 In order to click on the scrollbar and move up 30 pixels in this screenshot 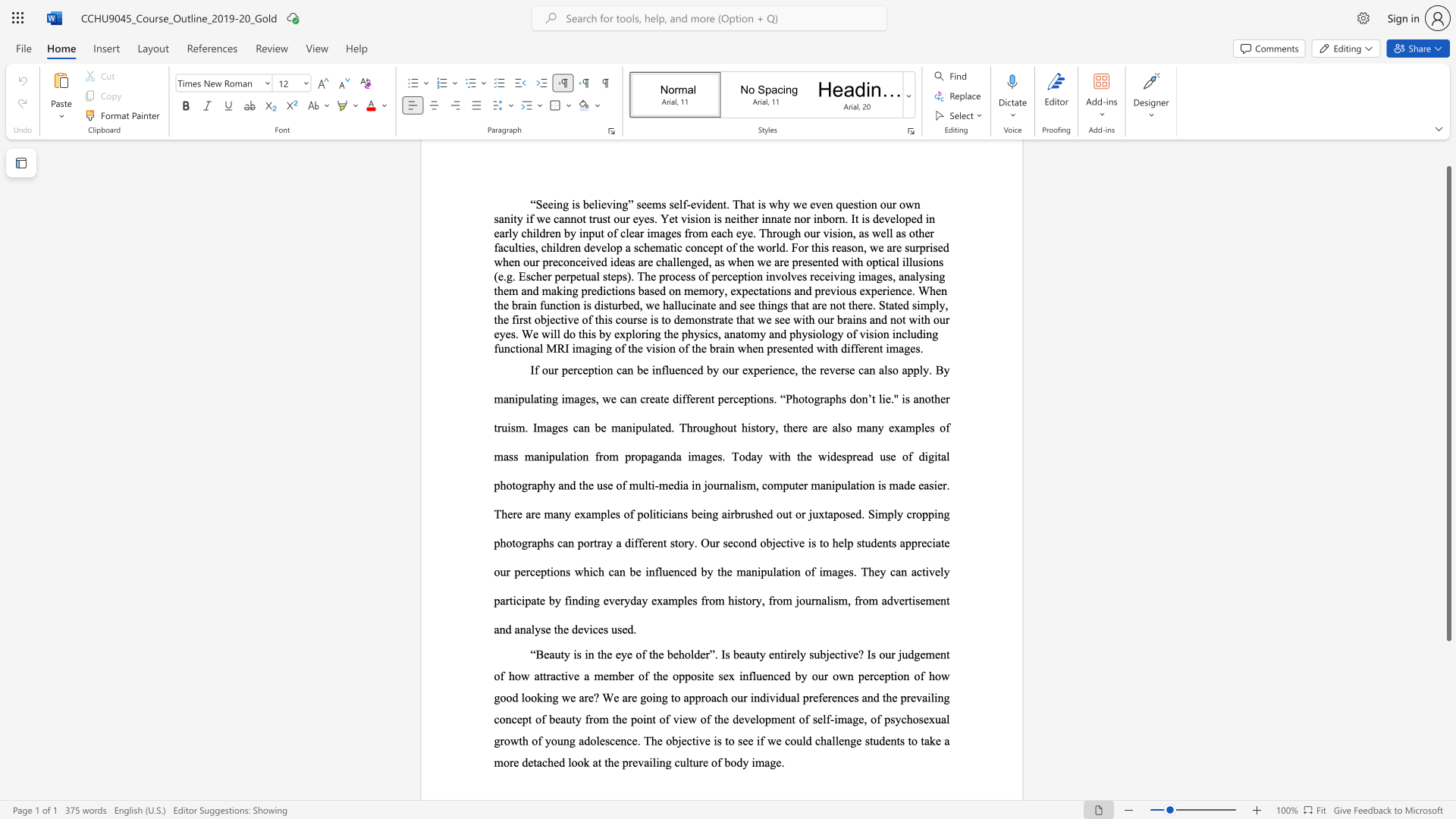, I will do `click(1448, 403)`.